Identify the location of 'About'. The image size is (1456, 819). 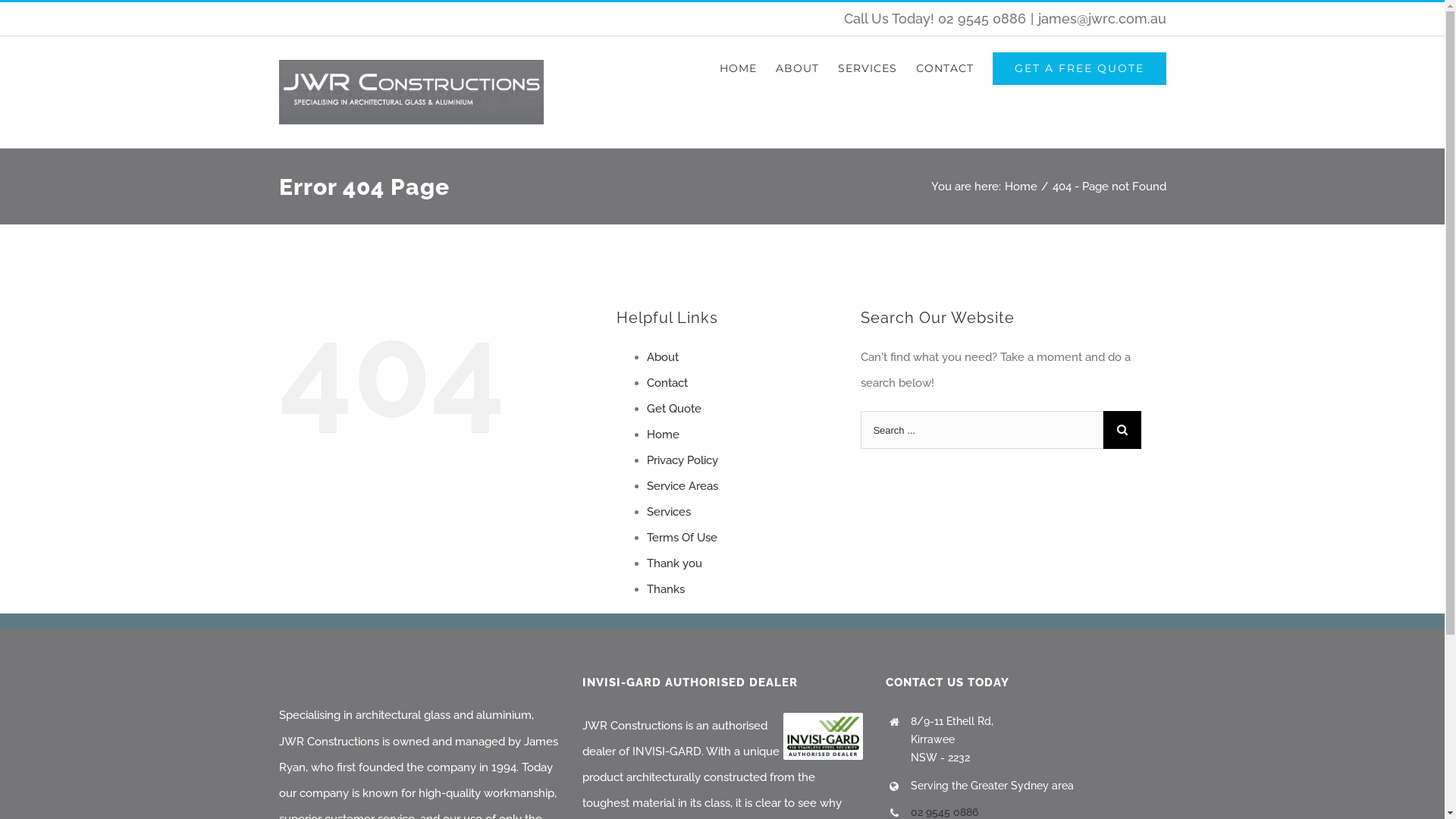
(662, 356).